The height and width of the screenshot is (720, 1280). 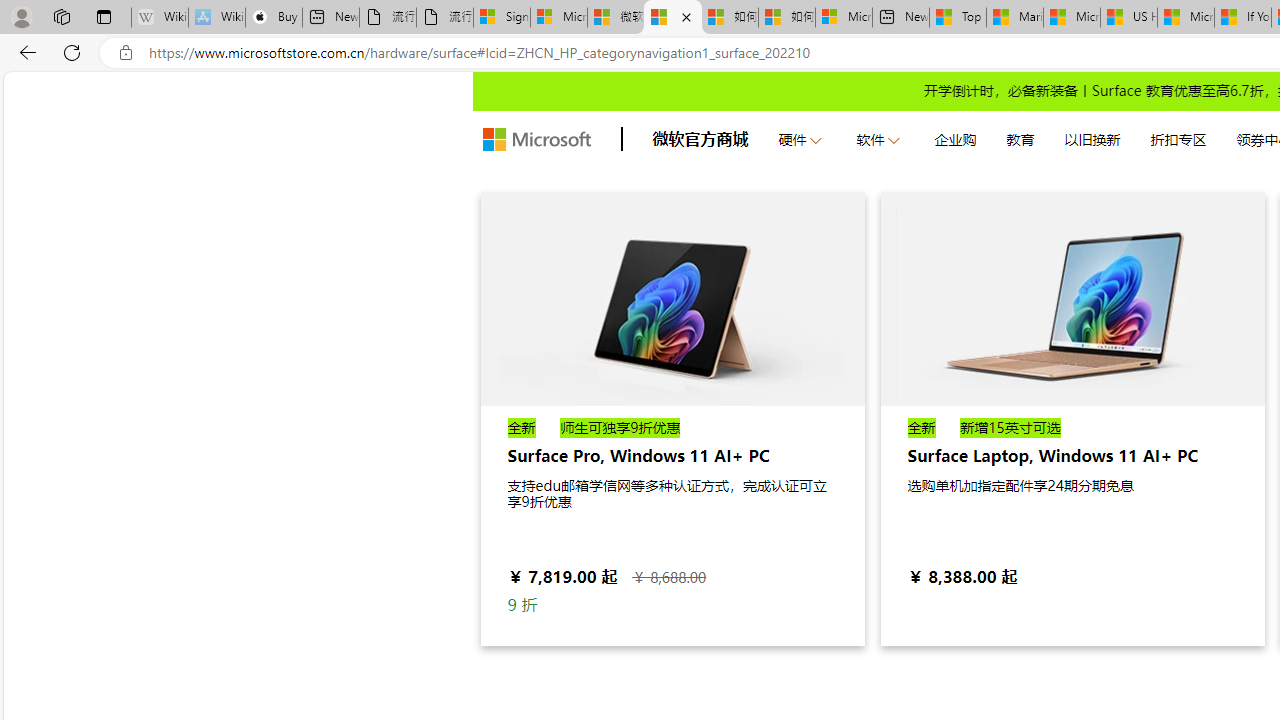 I want to click on 'View site information', so click(x=125, y=52).